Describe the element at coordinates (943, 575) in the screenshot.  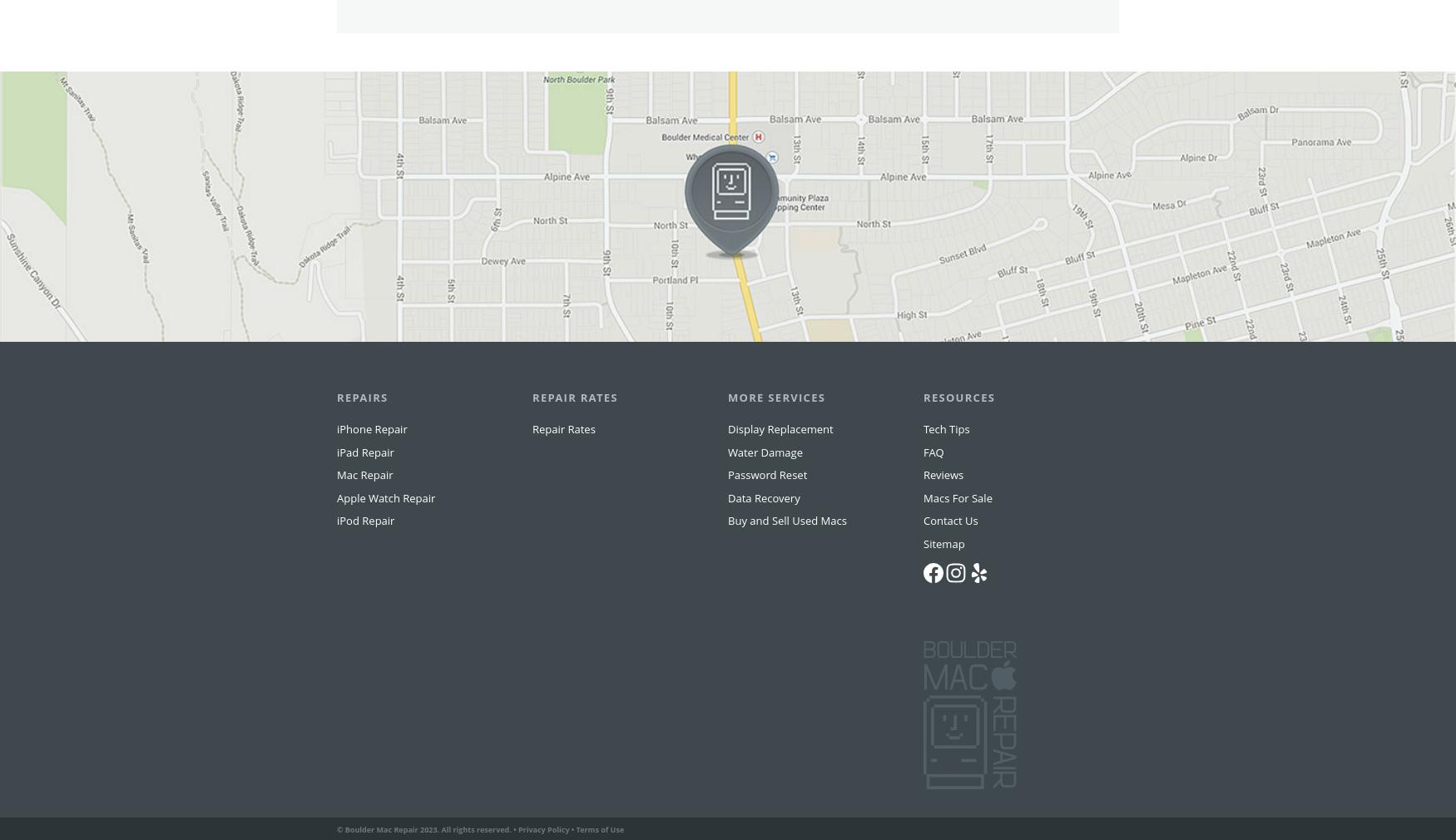
I see `'Sitemap'` at that location.